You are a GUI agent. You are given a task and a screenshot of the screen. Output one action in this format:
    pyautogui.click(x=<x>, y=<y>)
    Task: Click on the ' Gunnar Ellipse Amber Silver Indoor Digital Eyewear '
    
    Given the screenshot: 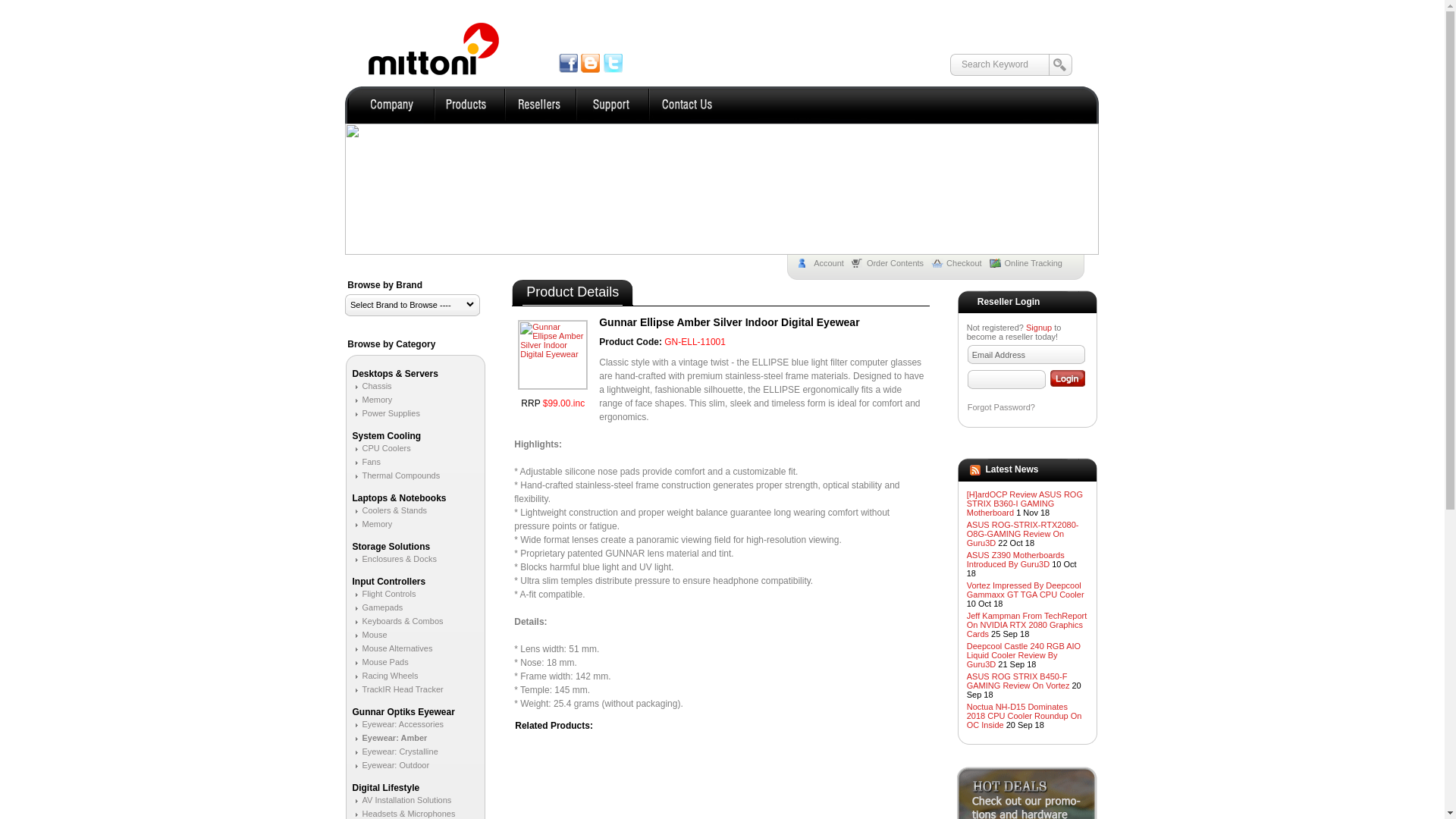 What is the action you would take?
    pyautogui.click(x=552, y=354)
    